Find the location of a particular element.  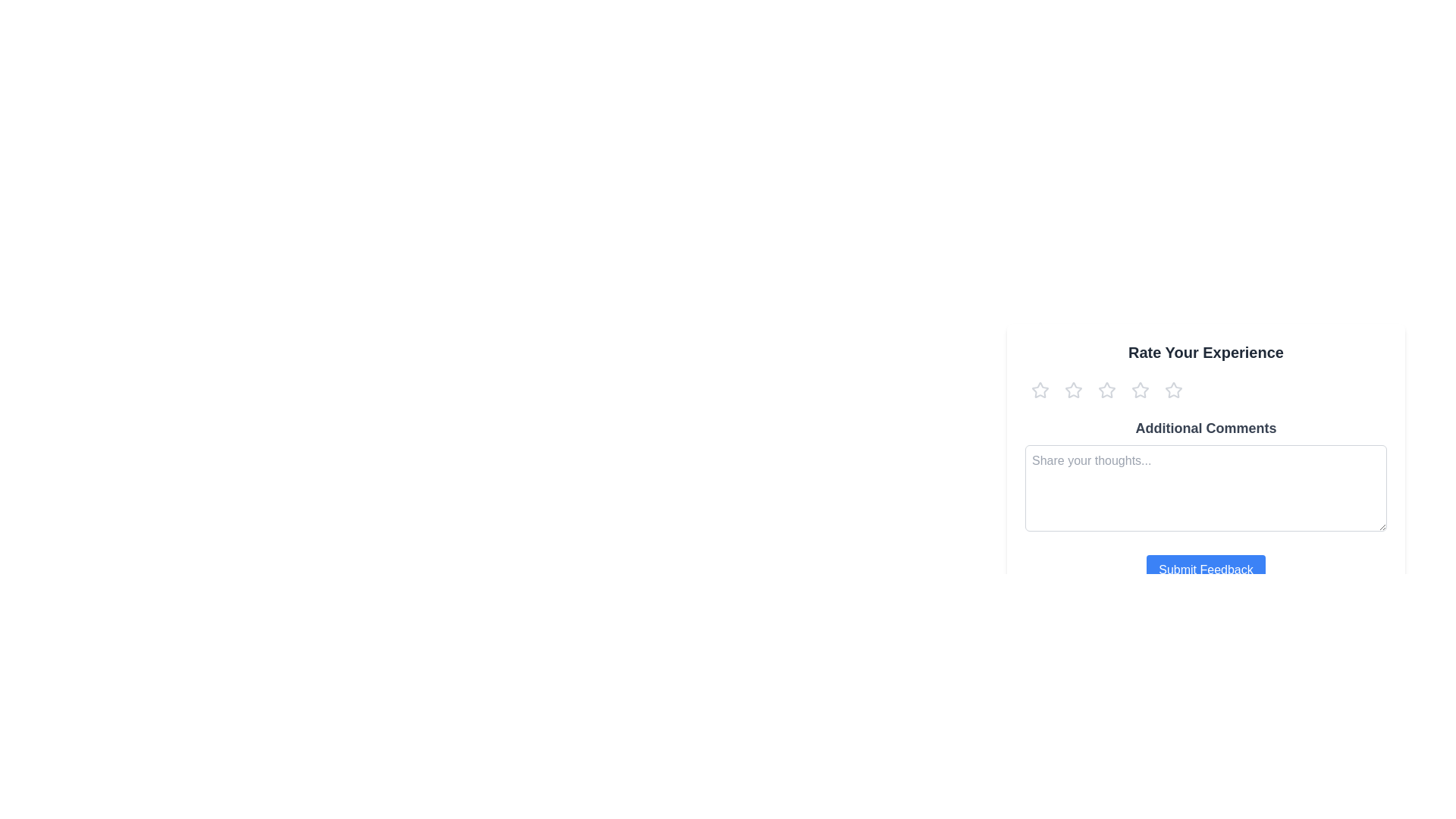

the third star icon in the horizontal rating layout is located at coordinates (1106, 390).